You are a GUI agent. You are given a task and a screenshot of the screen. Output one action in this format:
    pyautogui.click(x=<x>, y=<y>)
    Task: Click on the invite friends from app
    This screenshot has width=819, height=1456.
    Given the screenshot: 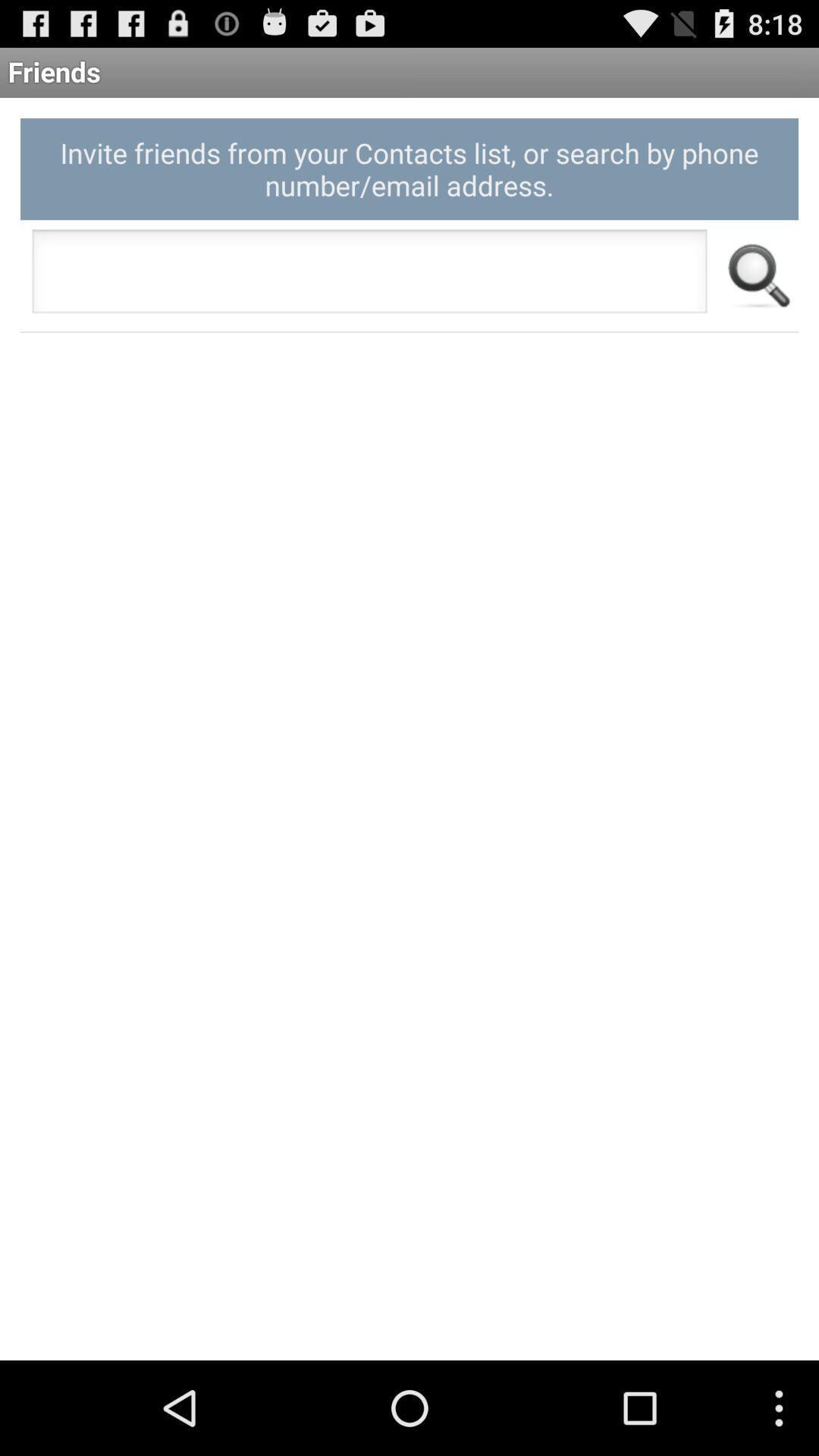 What is the action you would take?
    pyautogui.click(x=409, y=169)
    